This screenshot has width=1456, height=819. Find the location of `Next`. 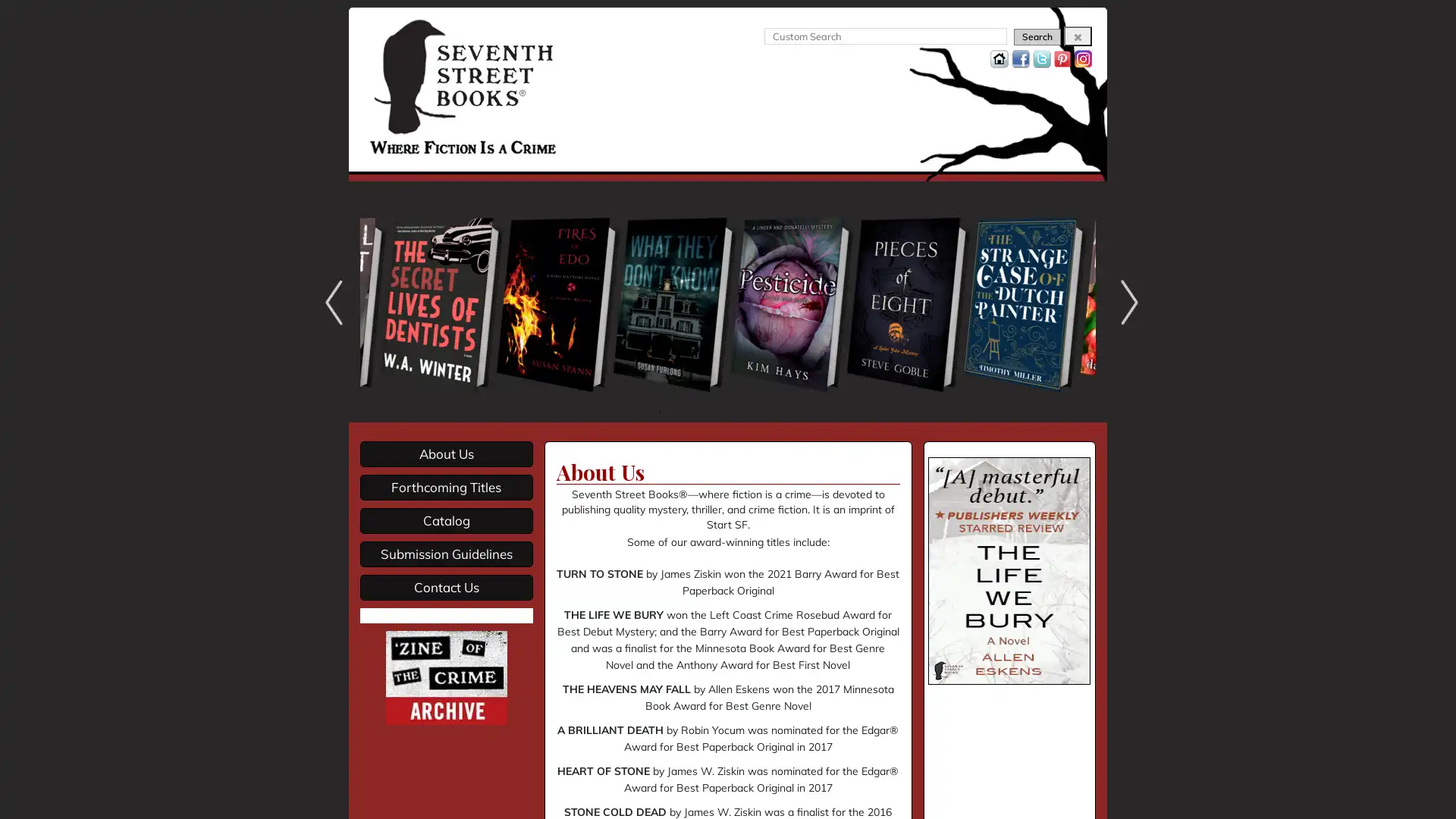

Next is located at coordinates (1125, 302).